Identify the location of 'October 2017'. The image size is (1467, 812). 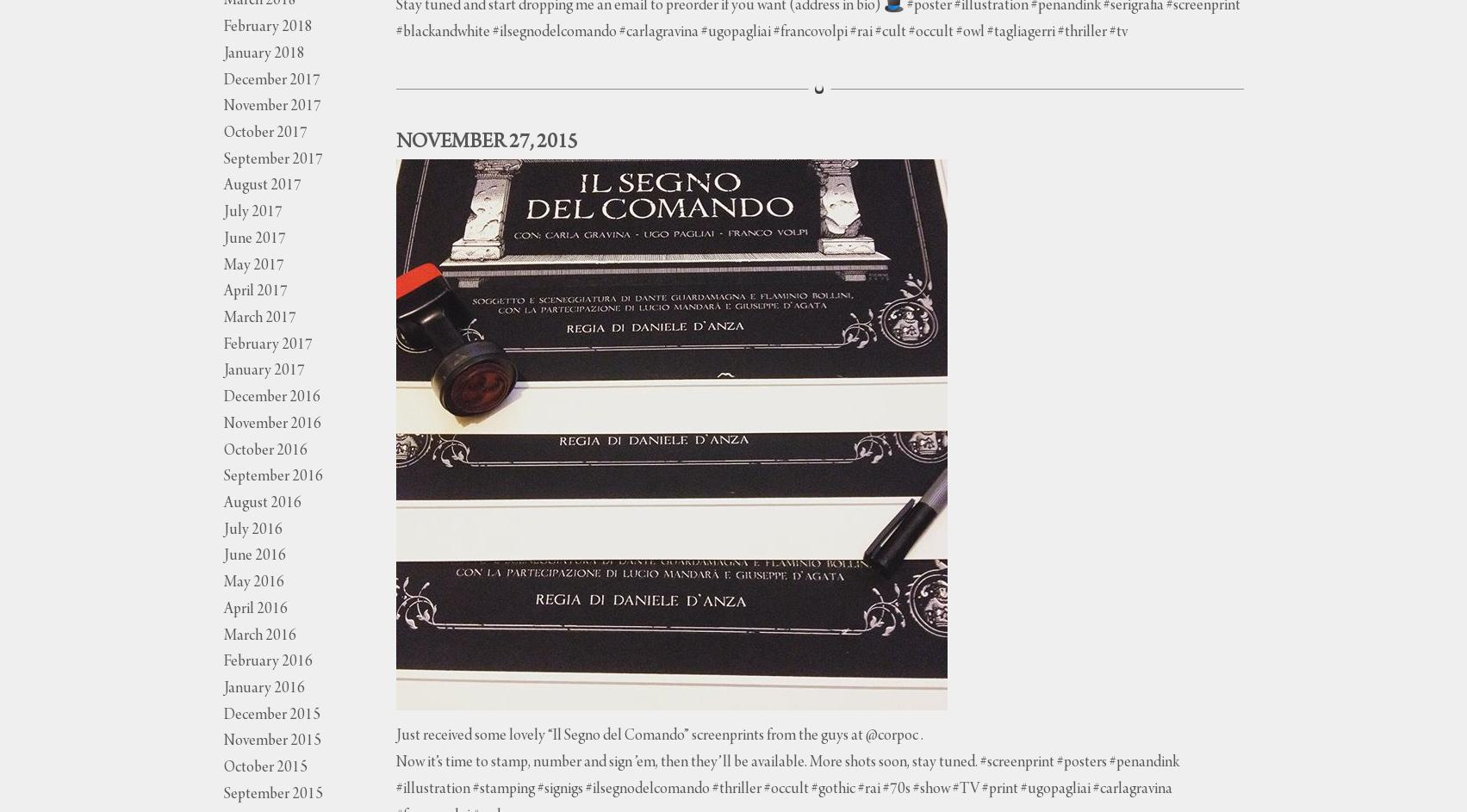
(222, 133).